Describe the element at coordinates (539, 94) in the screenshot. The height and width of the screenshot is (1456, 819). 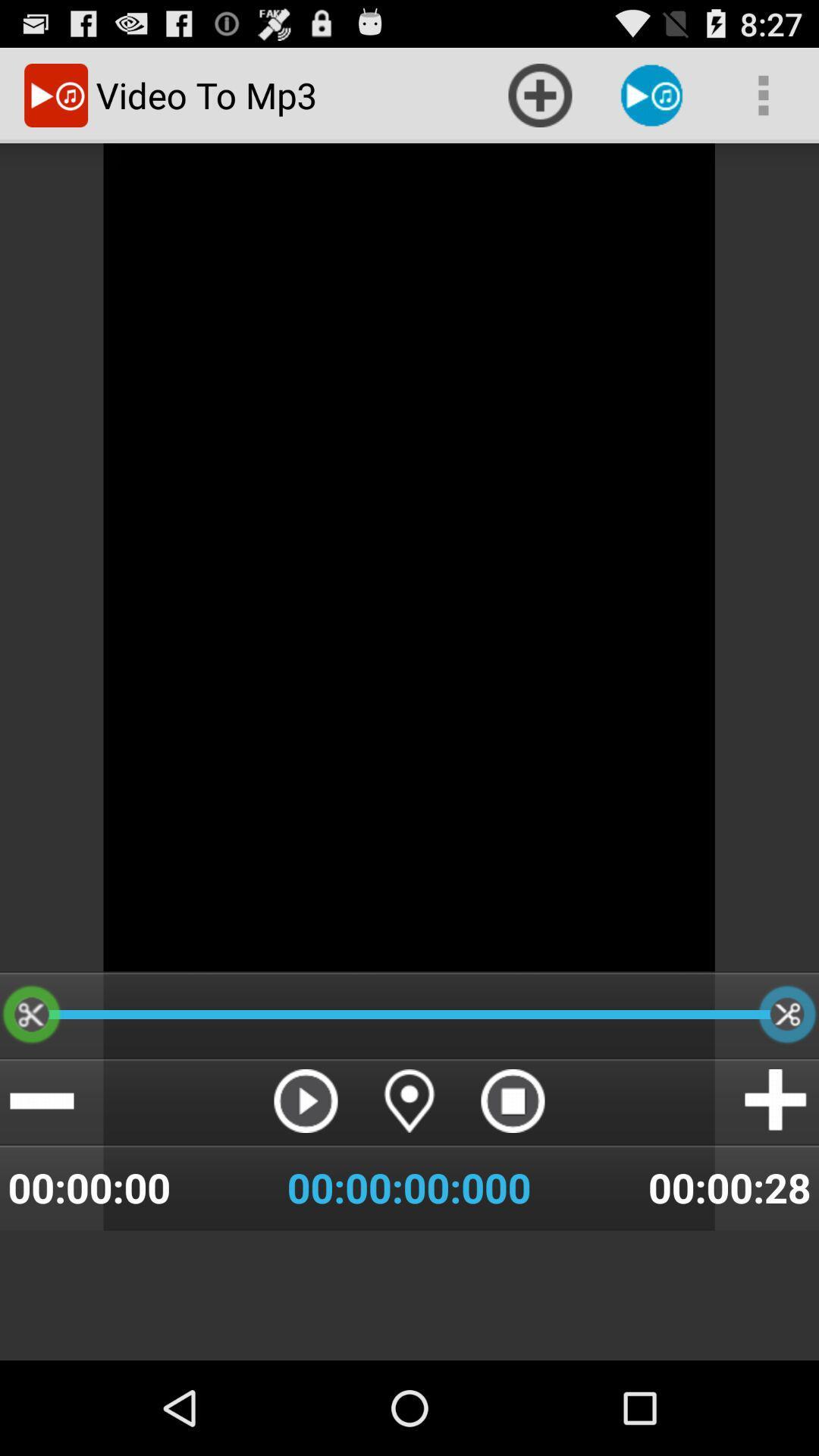
I see `the item next to video to mp3 app` at that location.